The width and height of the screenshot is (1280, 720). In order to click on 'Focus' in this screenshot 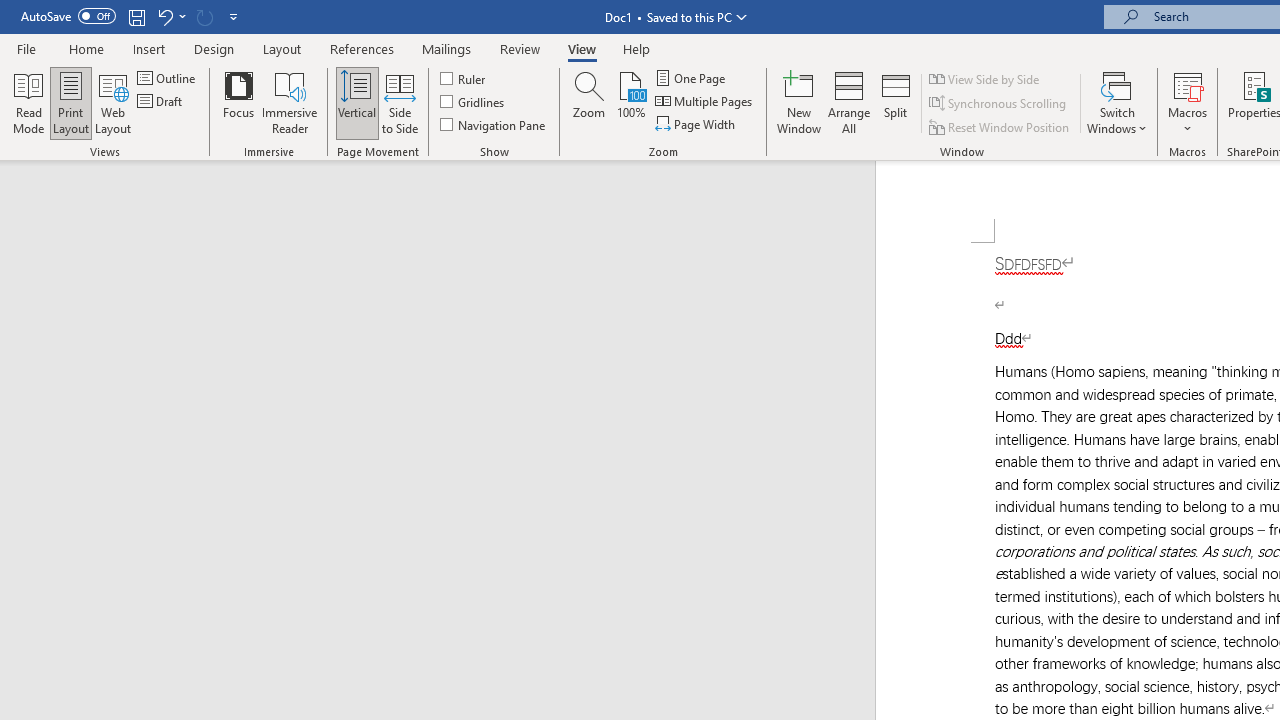, I will do `click(238, 103)`.